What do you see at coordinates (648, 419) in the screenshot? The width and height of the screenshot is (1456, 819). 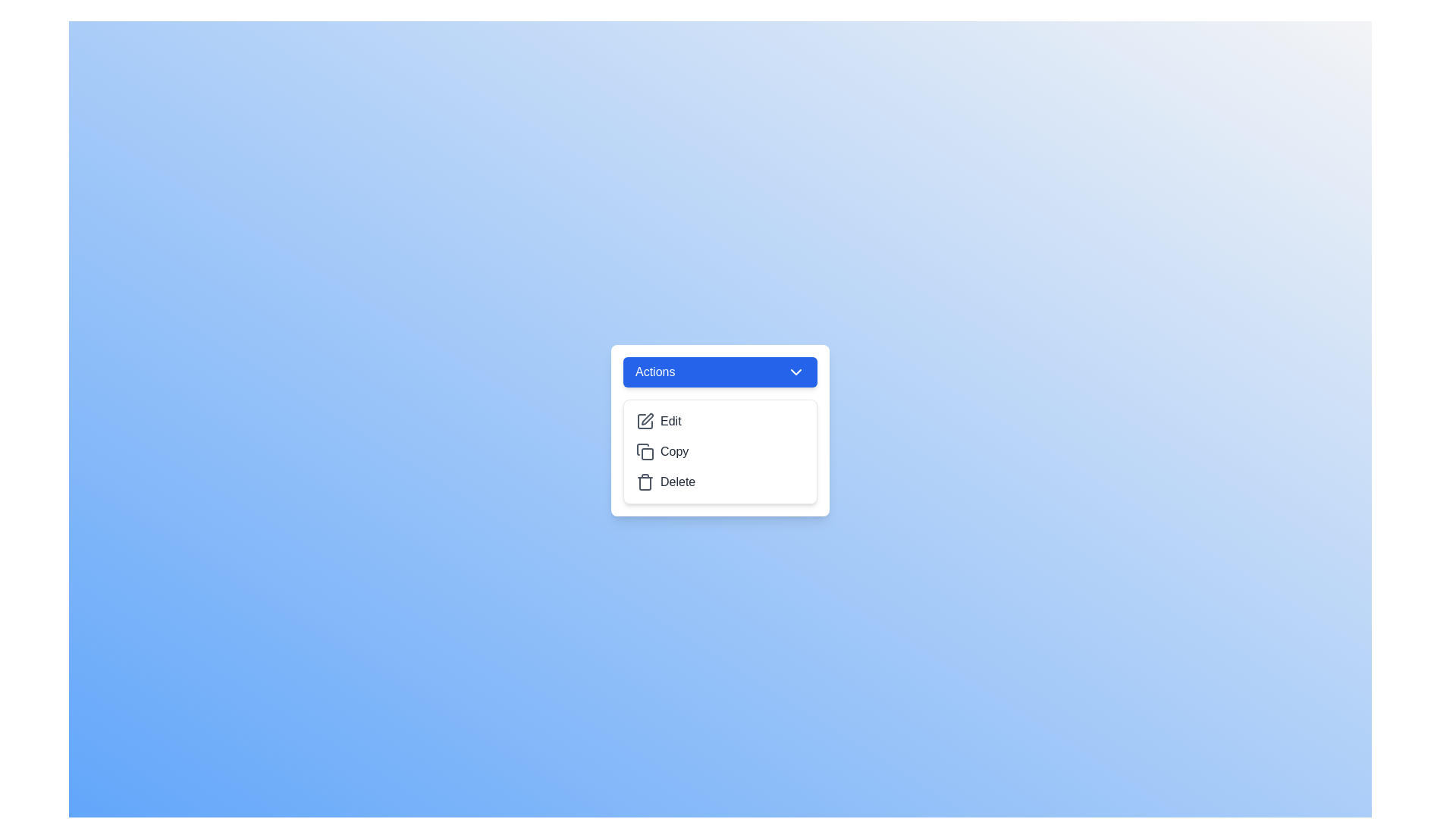 I see `the decorative 'Edit' icon located within the dropdown menu, positioned to the right of its sibling element, to enhance user recognition` at bounding box center [648, 419].